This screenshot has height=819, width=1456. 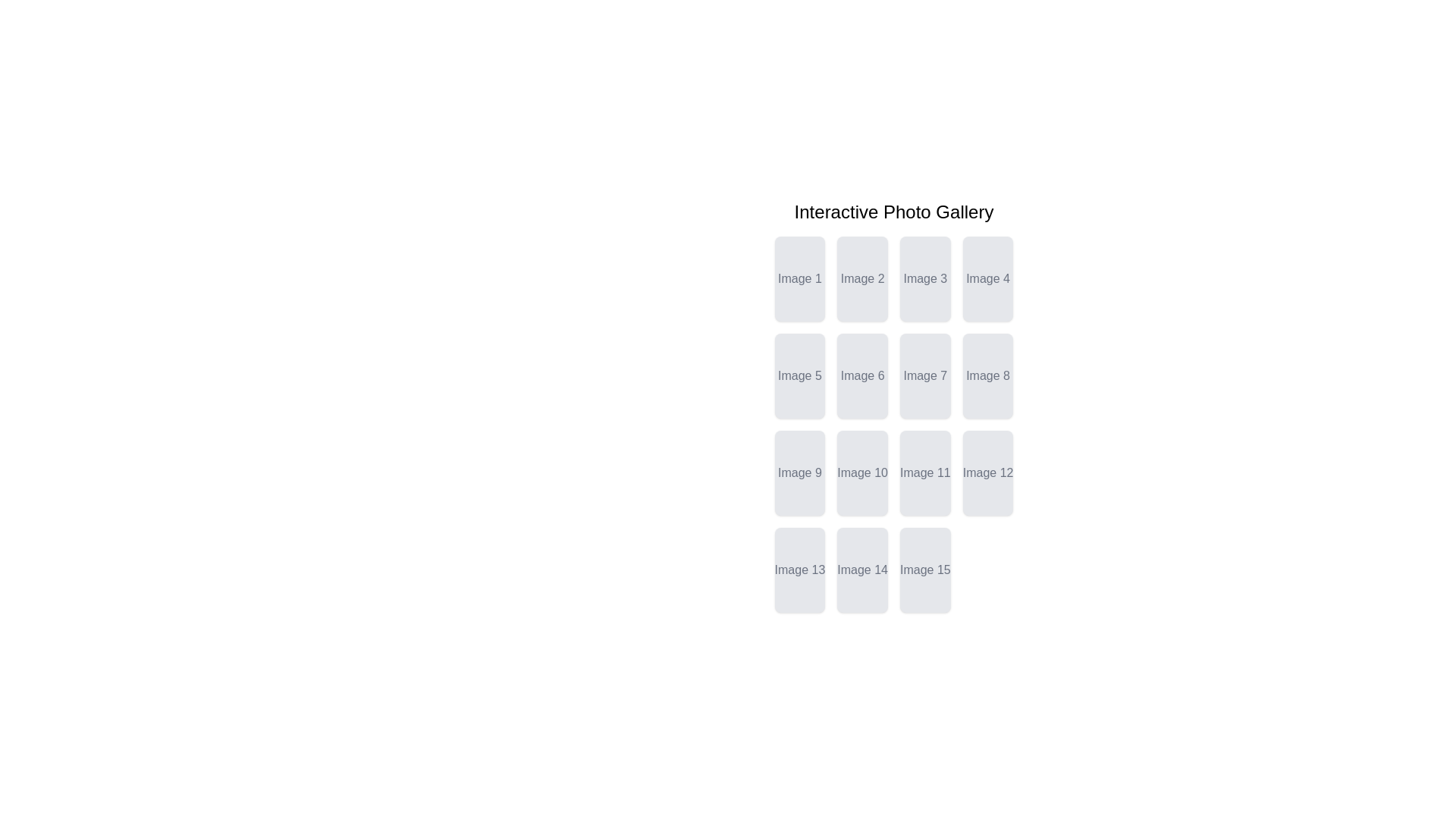 What do you see at coordinates (924, 581) in the screenshot?
I see `the semi-transparent text display bar at the bottom of 'Image 15' card in the photo gallery grid, which shows '0 Comment'` at bounding box center [924, 581].